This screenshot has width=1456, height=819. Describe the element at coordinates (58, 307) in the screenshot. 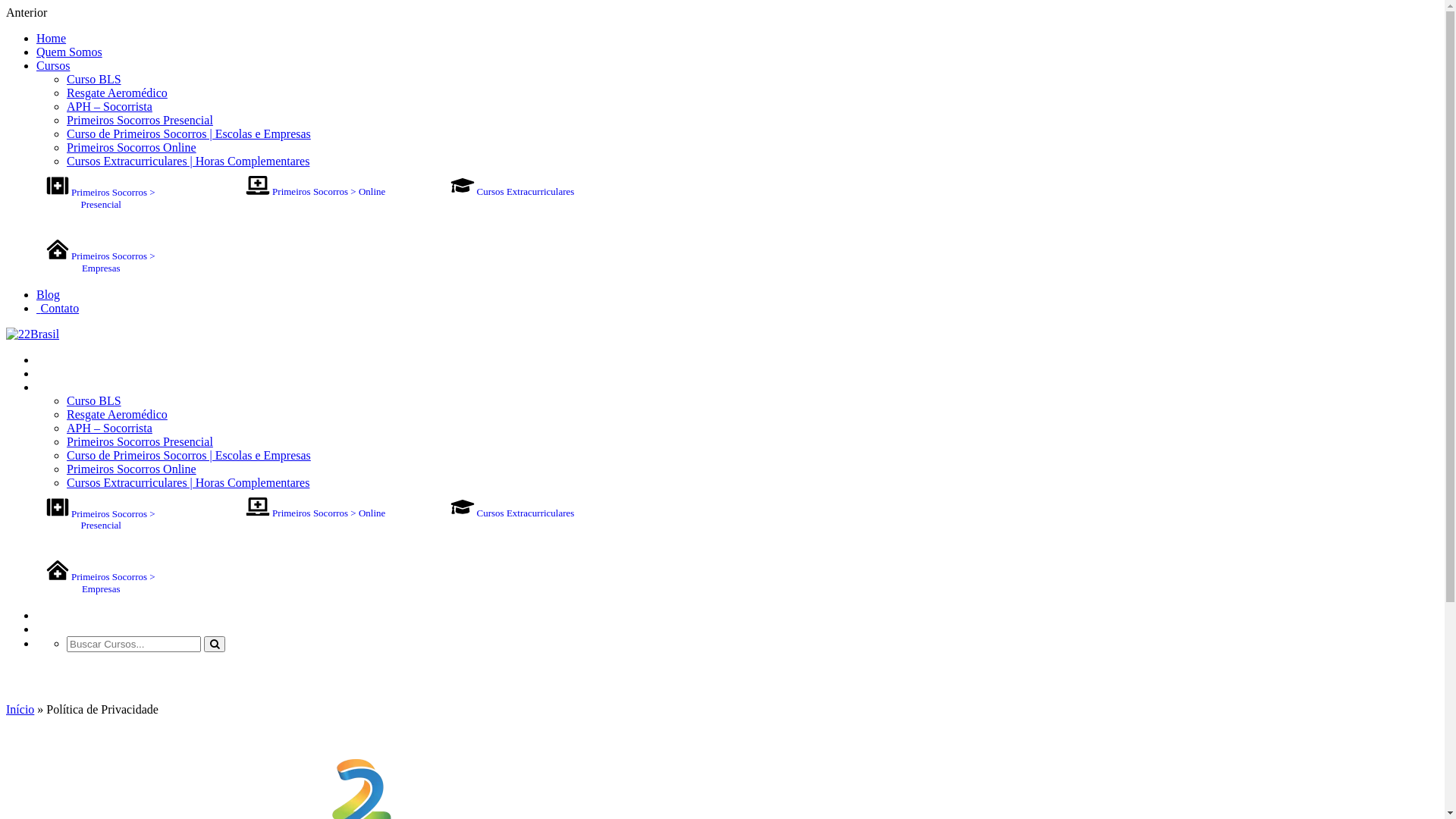

I see `'Contato'` at that location.